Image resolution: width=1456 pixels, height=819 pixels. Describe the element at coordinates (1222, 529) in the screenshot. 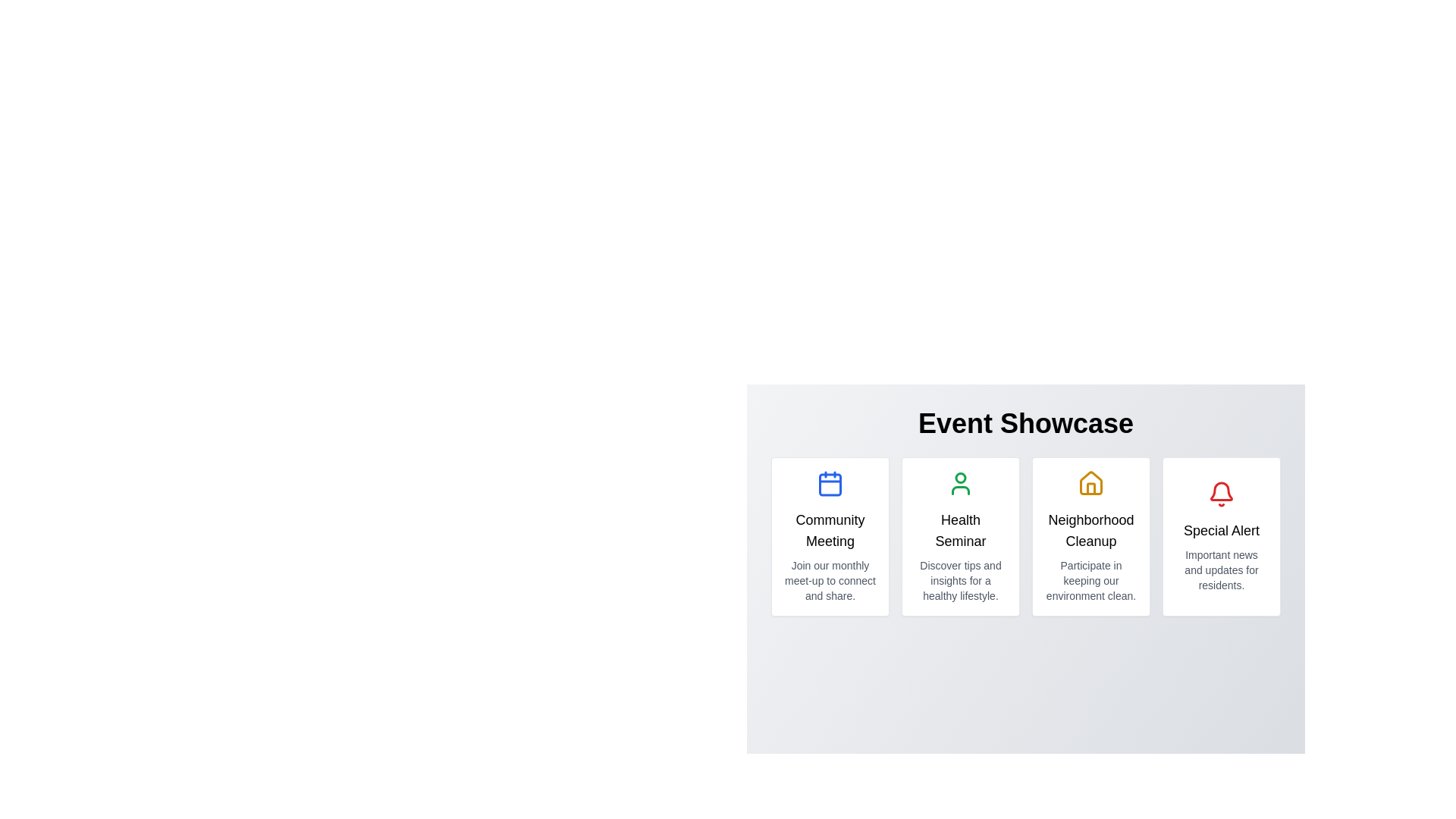

I see `the text label that serves as a heading for critical updates, located in the rightmost card below the red notification bell icon` at that location.